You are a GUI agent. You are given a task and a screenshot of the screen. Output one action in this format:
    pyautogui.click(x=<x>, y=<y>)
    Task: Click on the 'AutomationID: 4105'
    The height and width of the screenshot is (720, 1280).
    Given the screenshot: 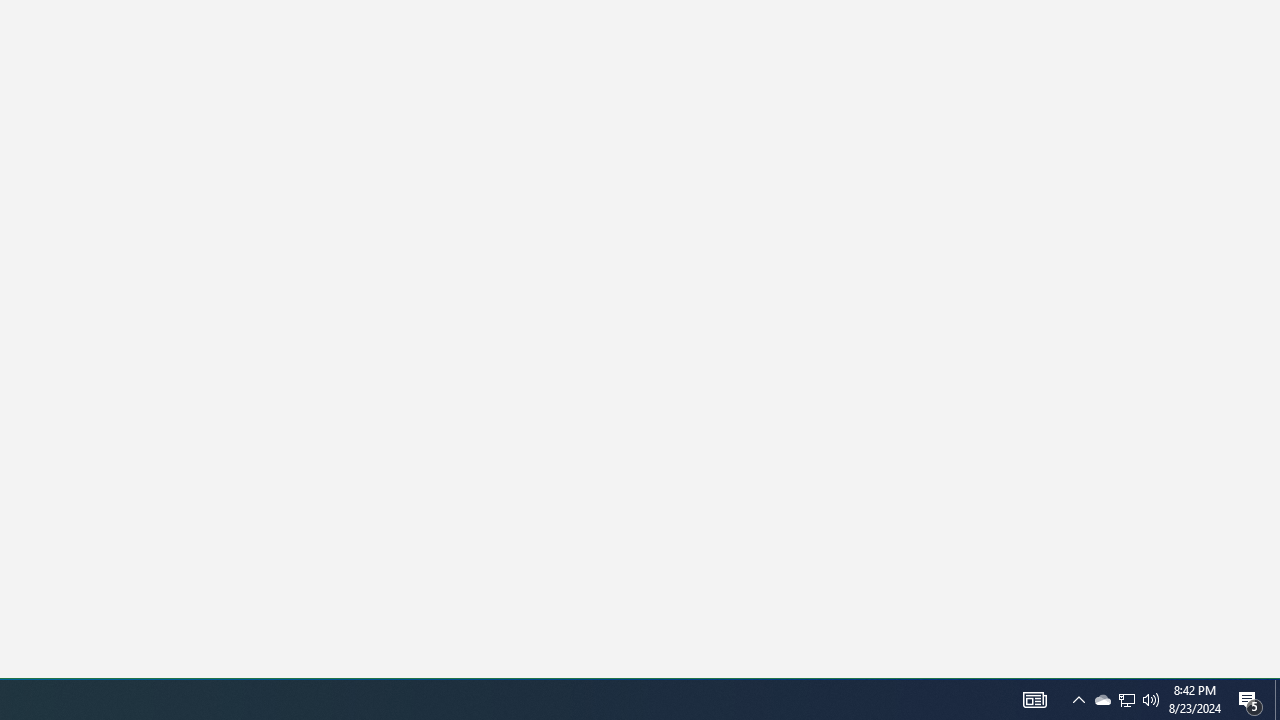 What is the action you would take?
    pyautogui.click(x=1034, y=698)
    